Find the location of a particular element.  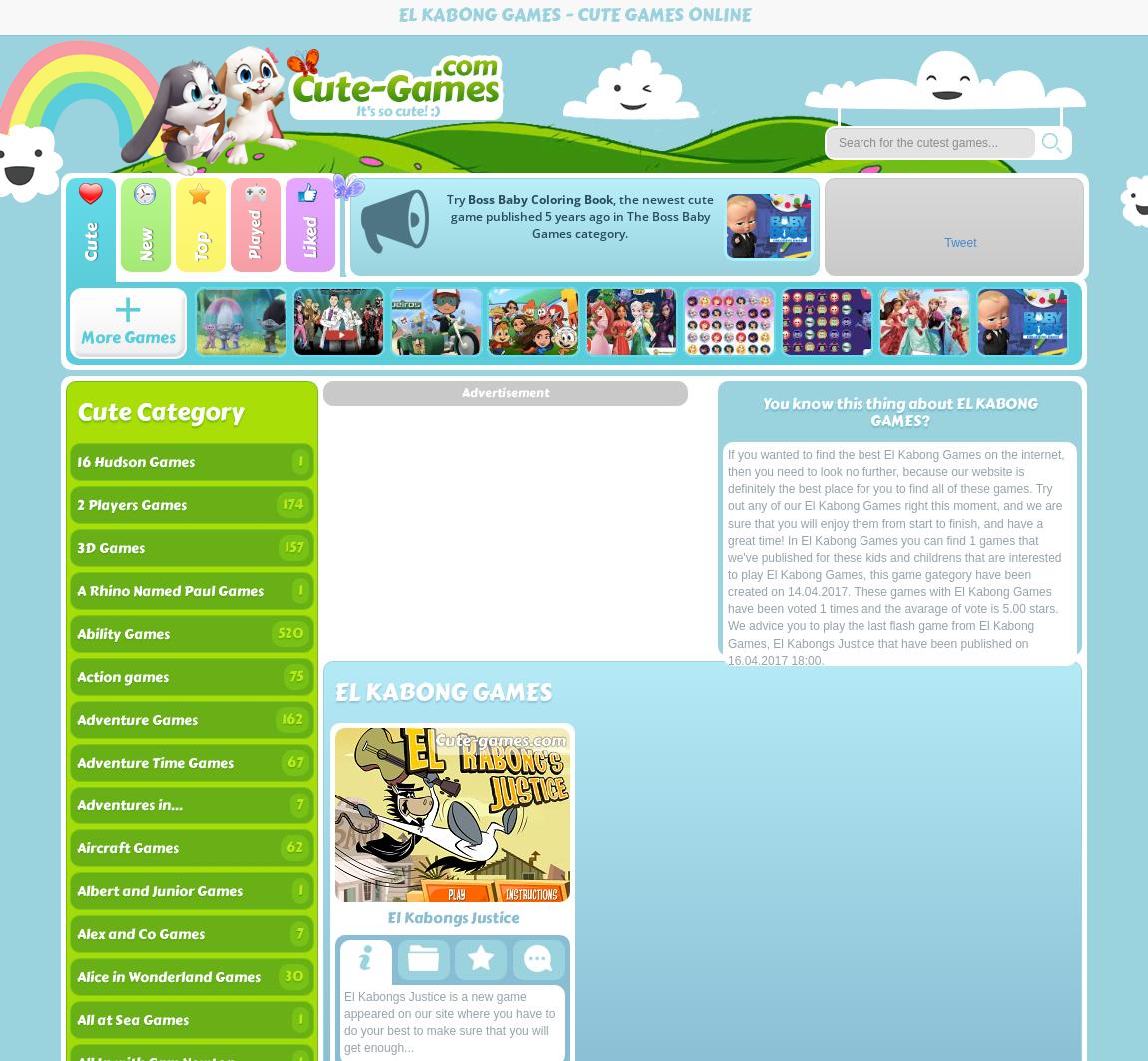

'EL KABONG GAMES - CUTE GAMES ONLINE' is located at coordinates (573, 14).